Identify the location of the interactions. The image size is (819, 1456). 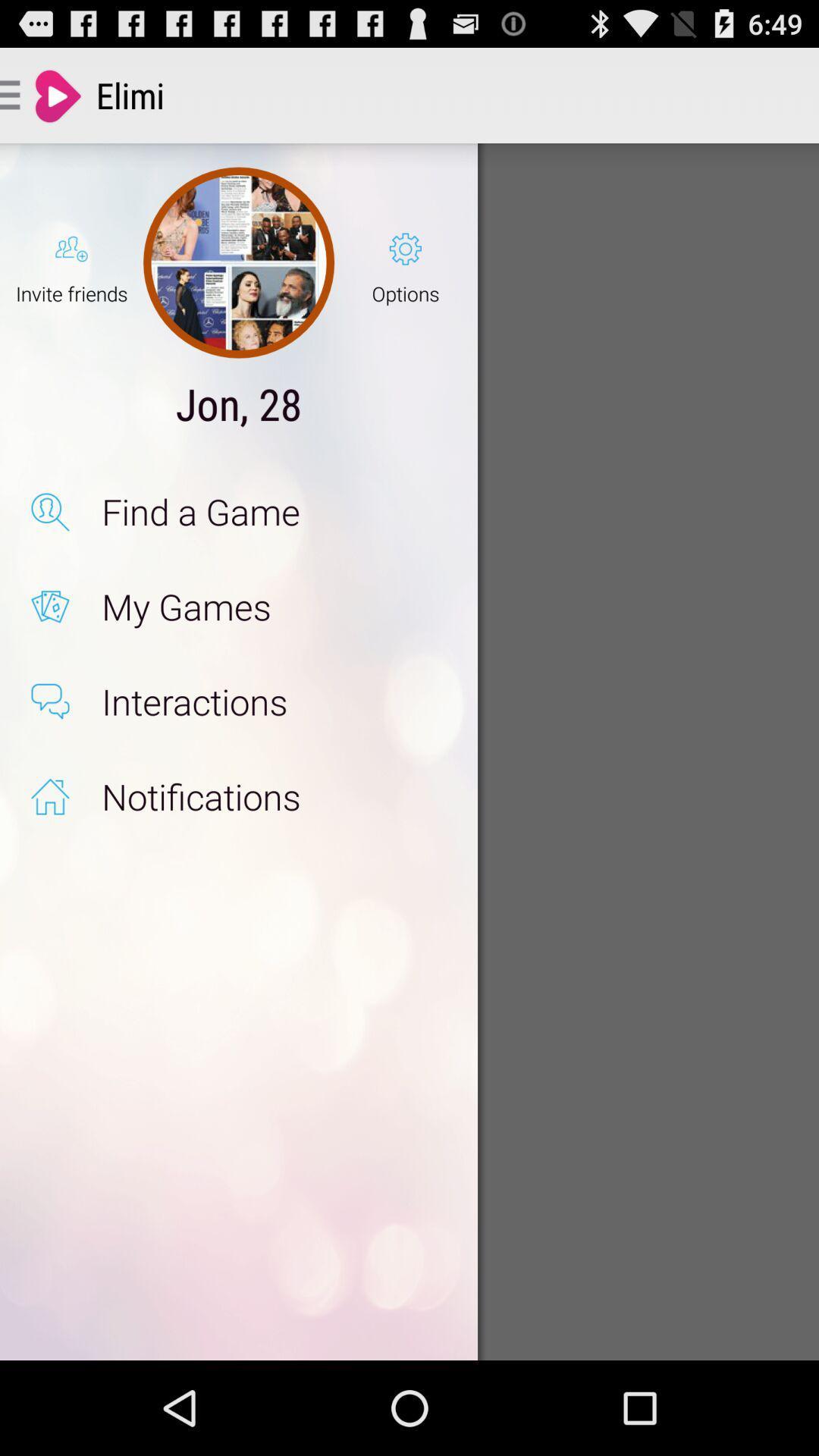
(274, 701).